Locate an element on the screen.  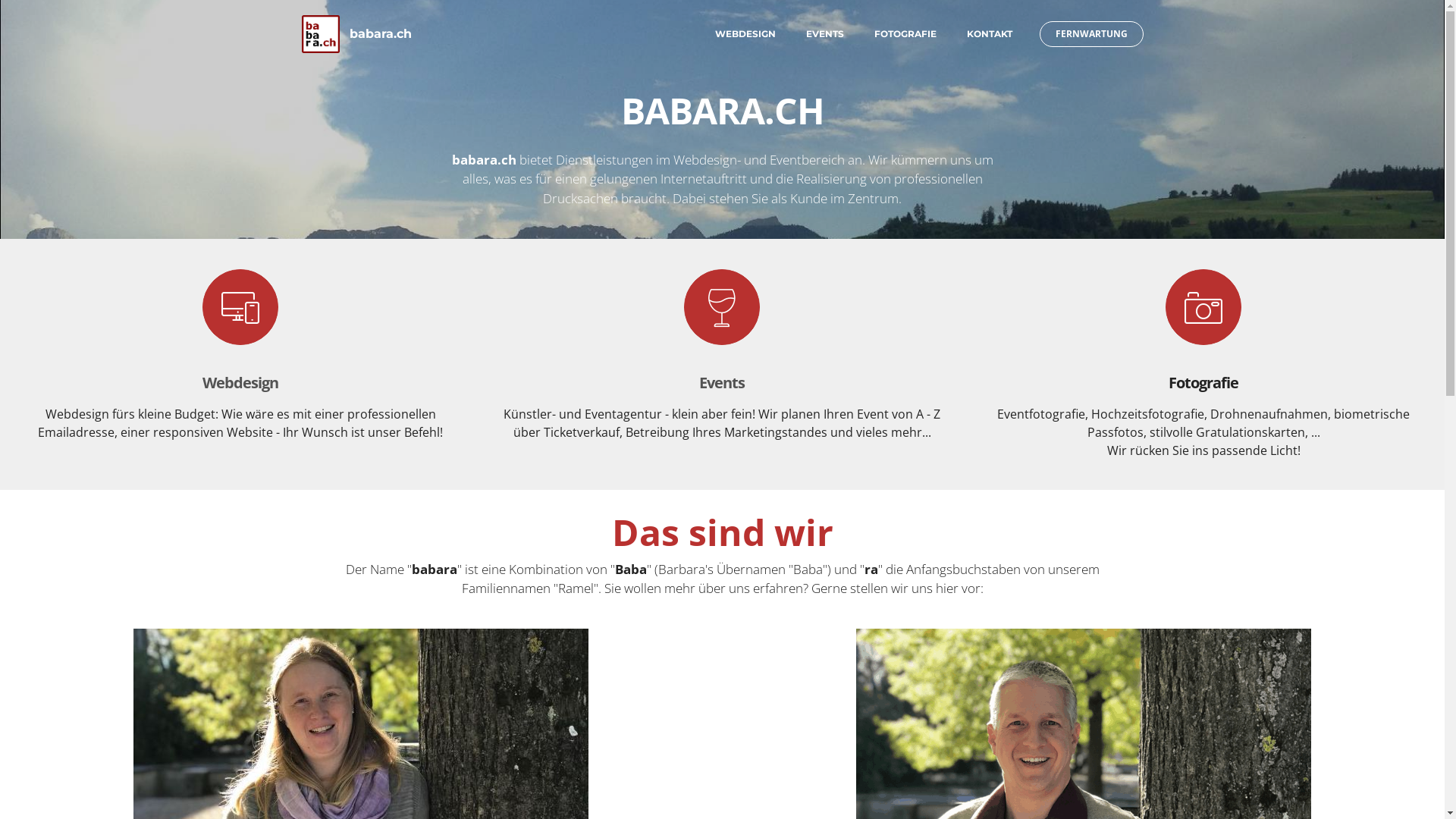
'FERNWARTUNG' is located at coordinates (1037, 34).